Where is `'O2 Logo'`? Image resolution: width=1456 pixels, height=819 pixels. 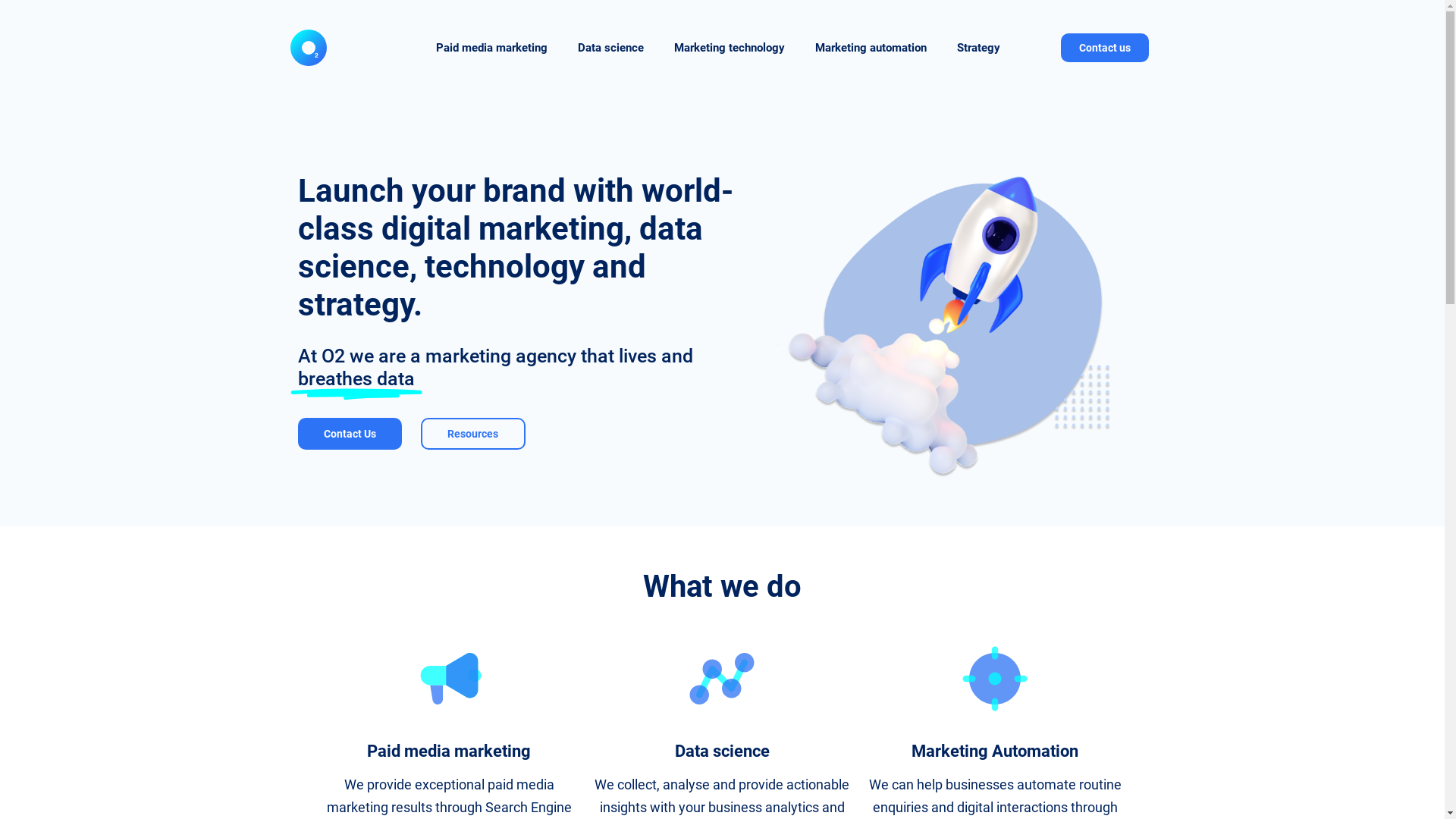
'O2 Logo' is located at coordinates (290, 45).